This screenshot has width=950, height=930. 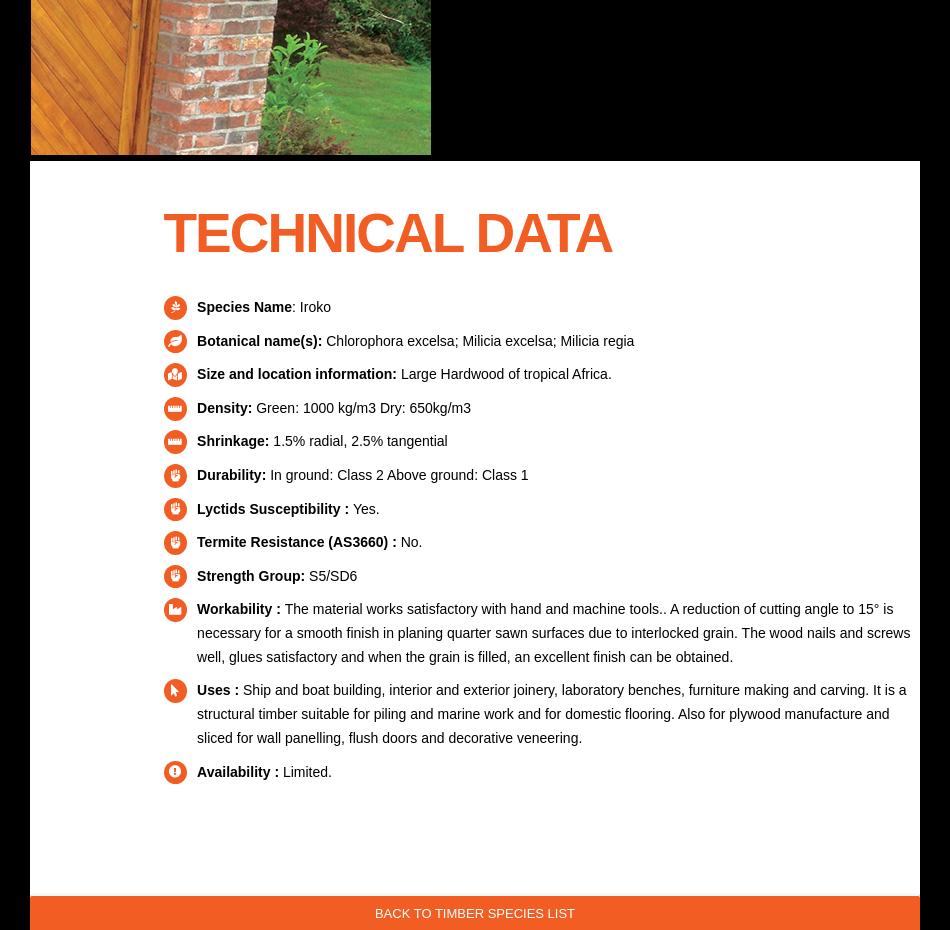 What do you see at coordinates (356, 441) in the screenshot?
I see `'1.5% radial, 2.5% tangential'` at bounding box center [356, 441].